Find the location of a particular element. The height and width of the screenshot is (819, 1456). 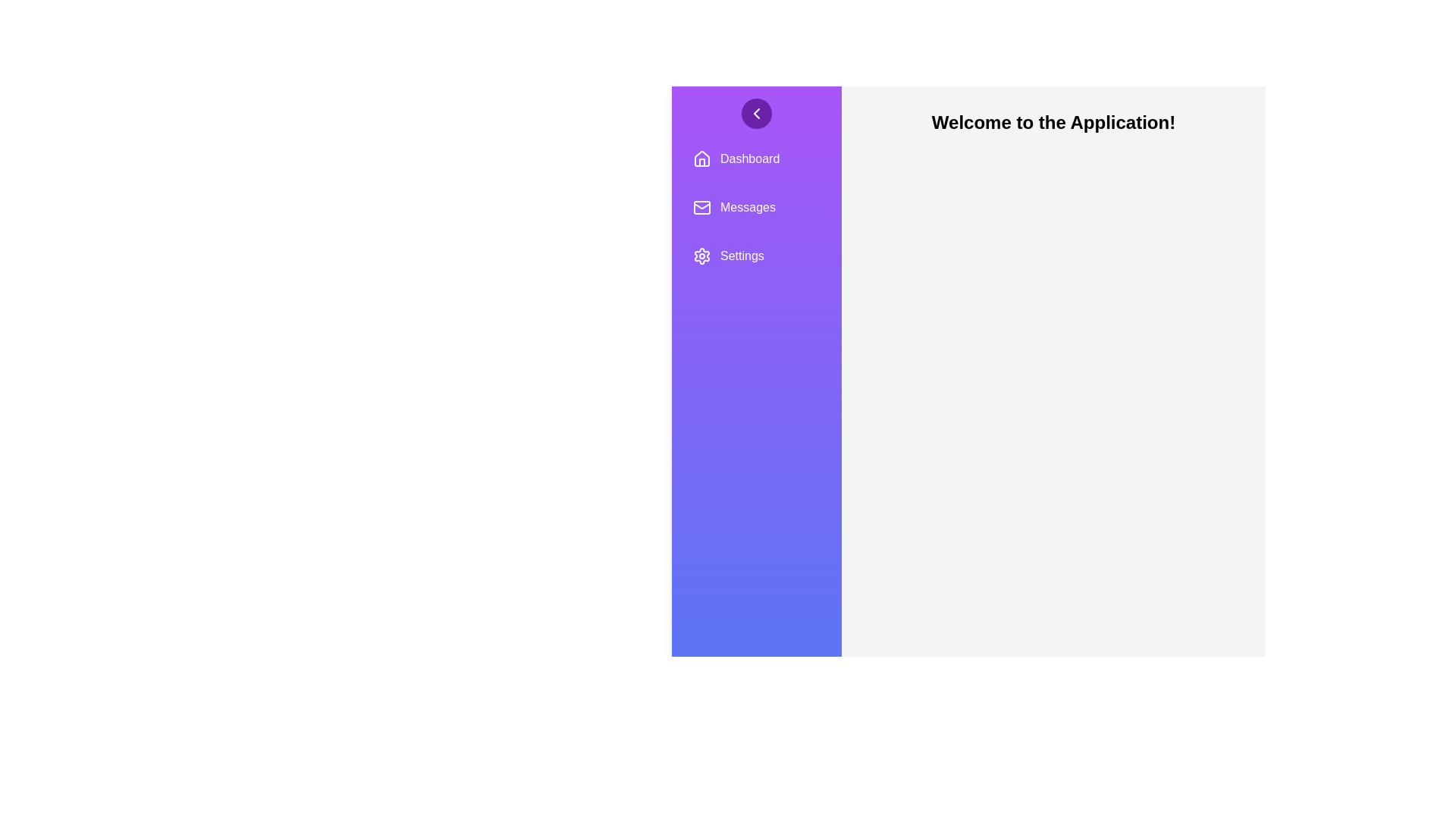

the 'home' icon in the vertical navigation menu with a purple gradient background located at the top-left area of the application interface is located at coordinates (701, 158).